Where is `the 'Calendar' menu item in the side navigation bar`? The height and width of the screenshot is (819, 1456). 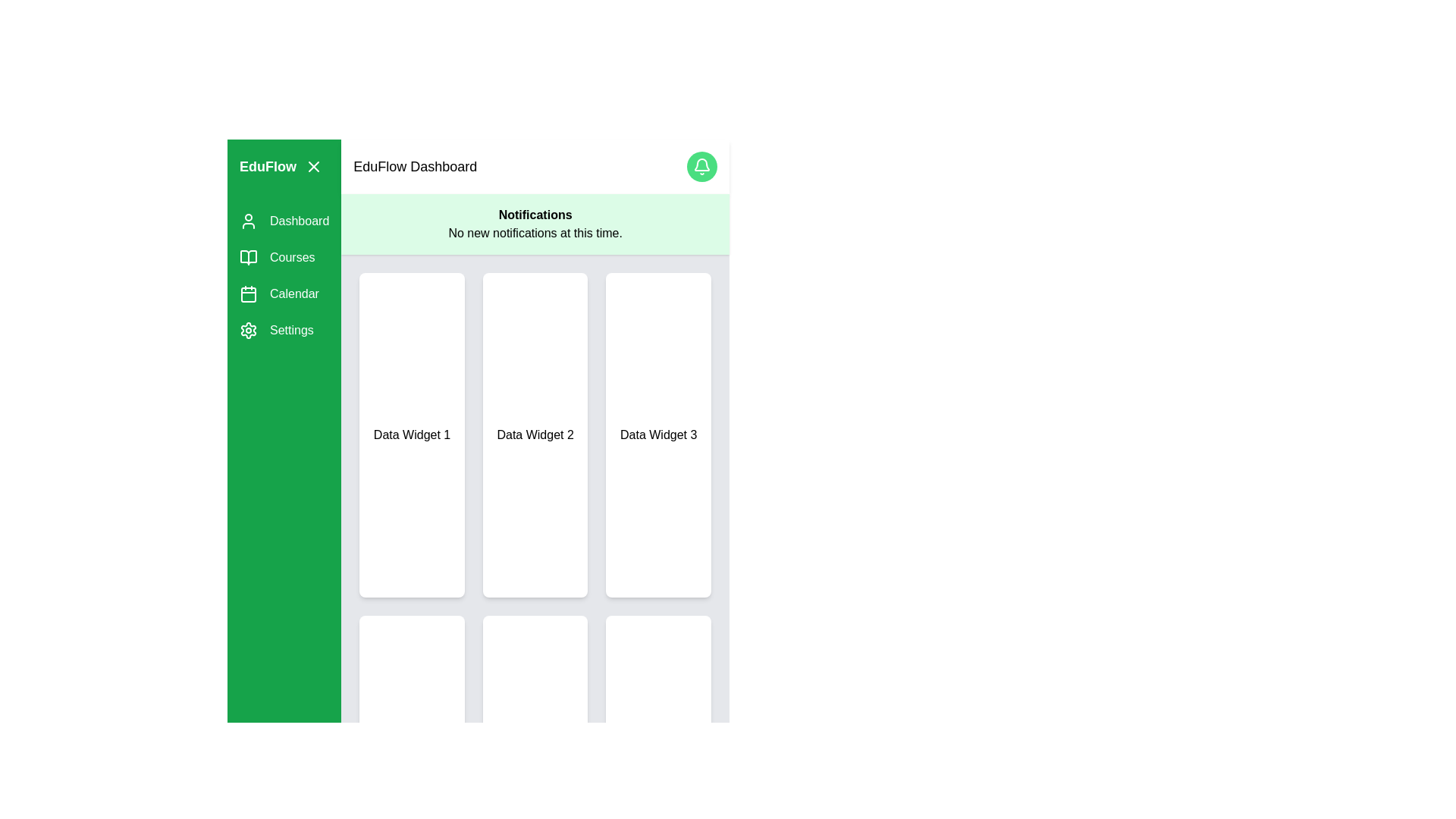
the 'Calendar' menu item in the side navigation bar is located at coordinates (294, 294).